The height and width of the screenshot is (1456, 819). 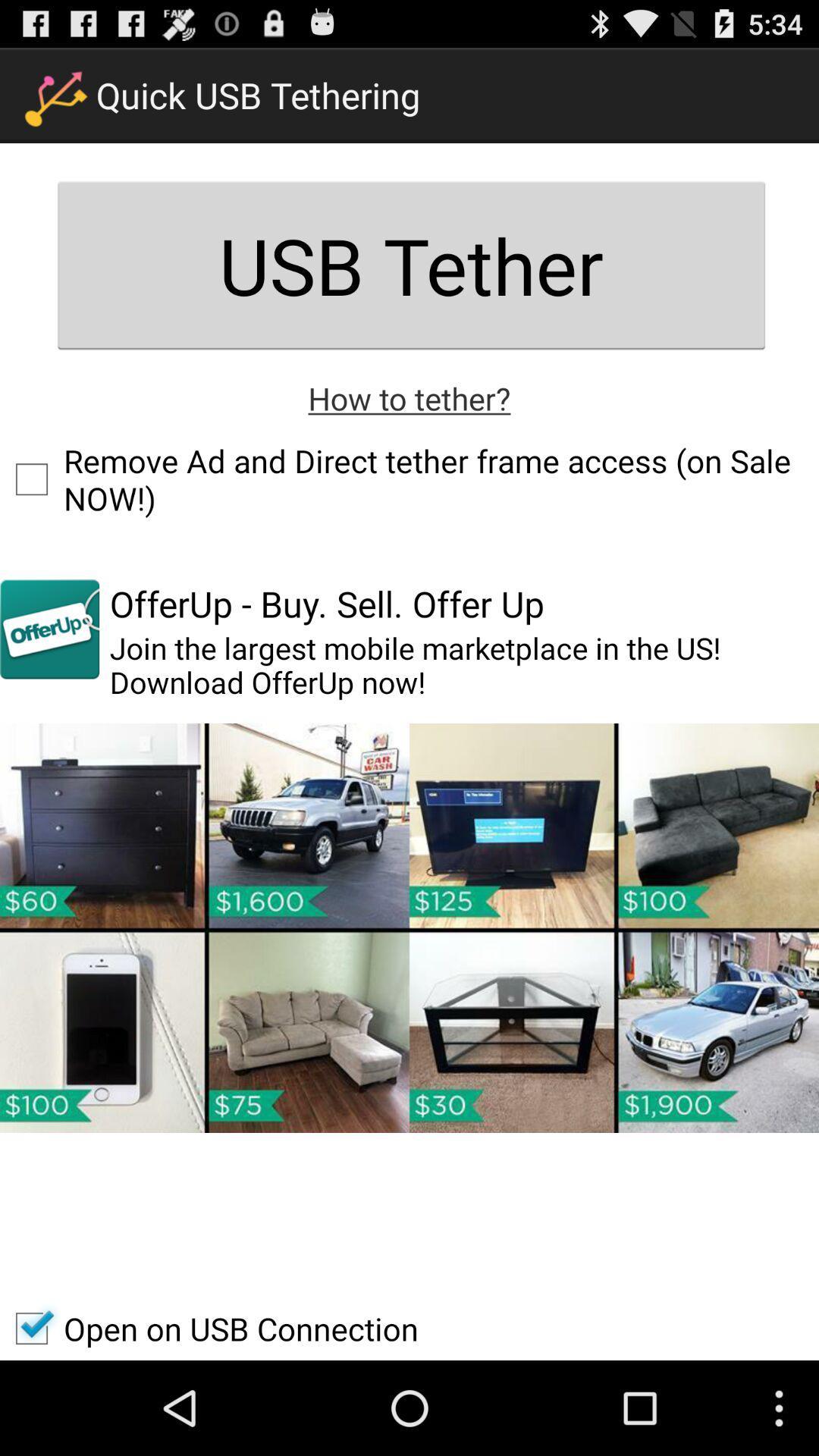 I want to click on the app to the left of offerup buy sell item, so click(x=49, y=629).